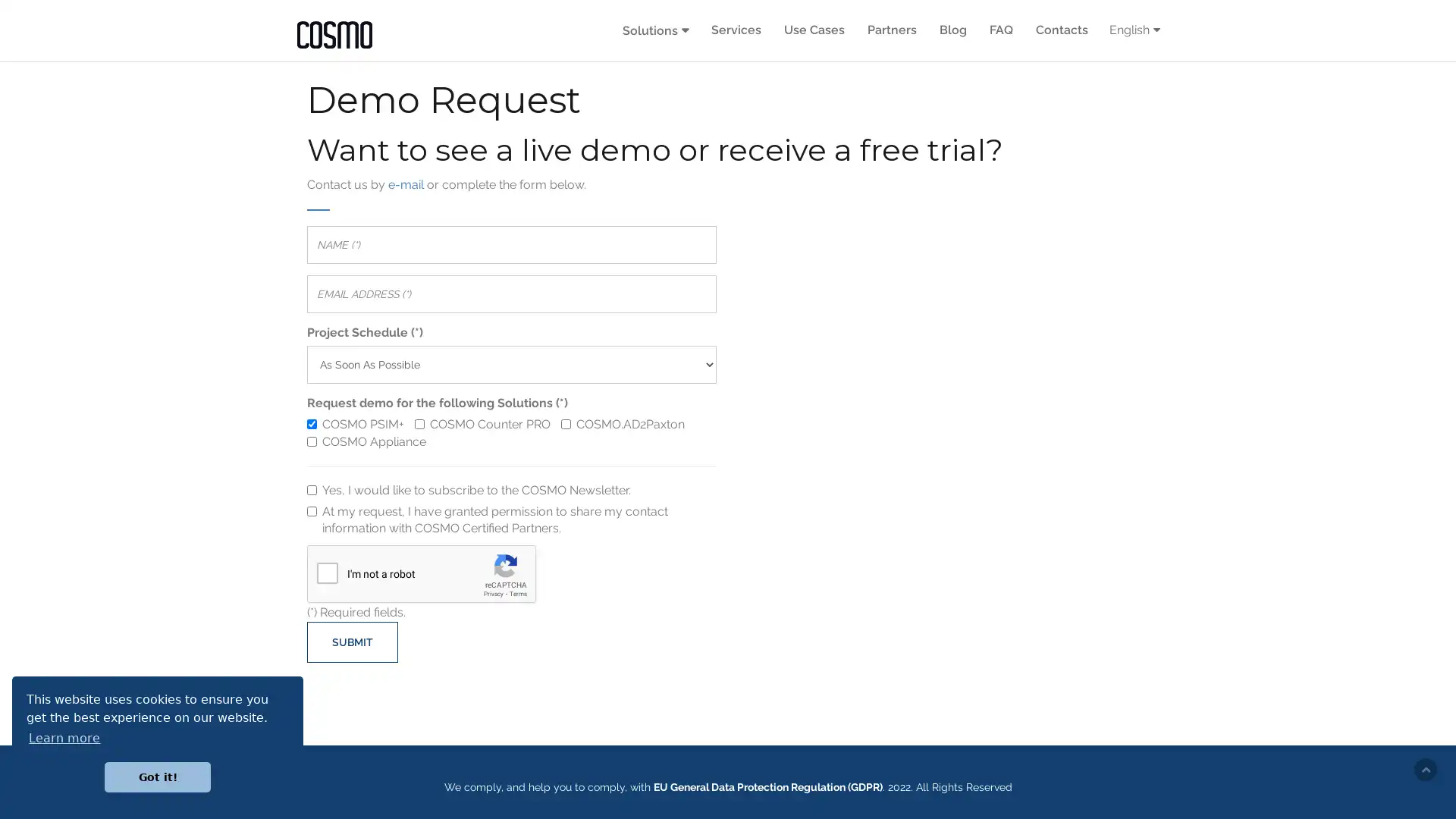  What do you see at coordinates (64, 737) in the screenshot?
I see `learn more about cookies` at bounding box center [64, 737].